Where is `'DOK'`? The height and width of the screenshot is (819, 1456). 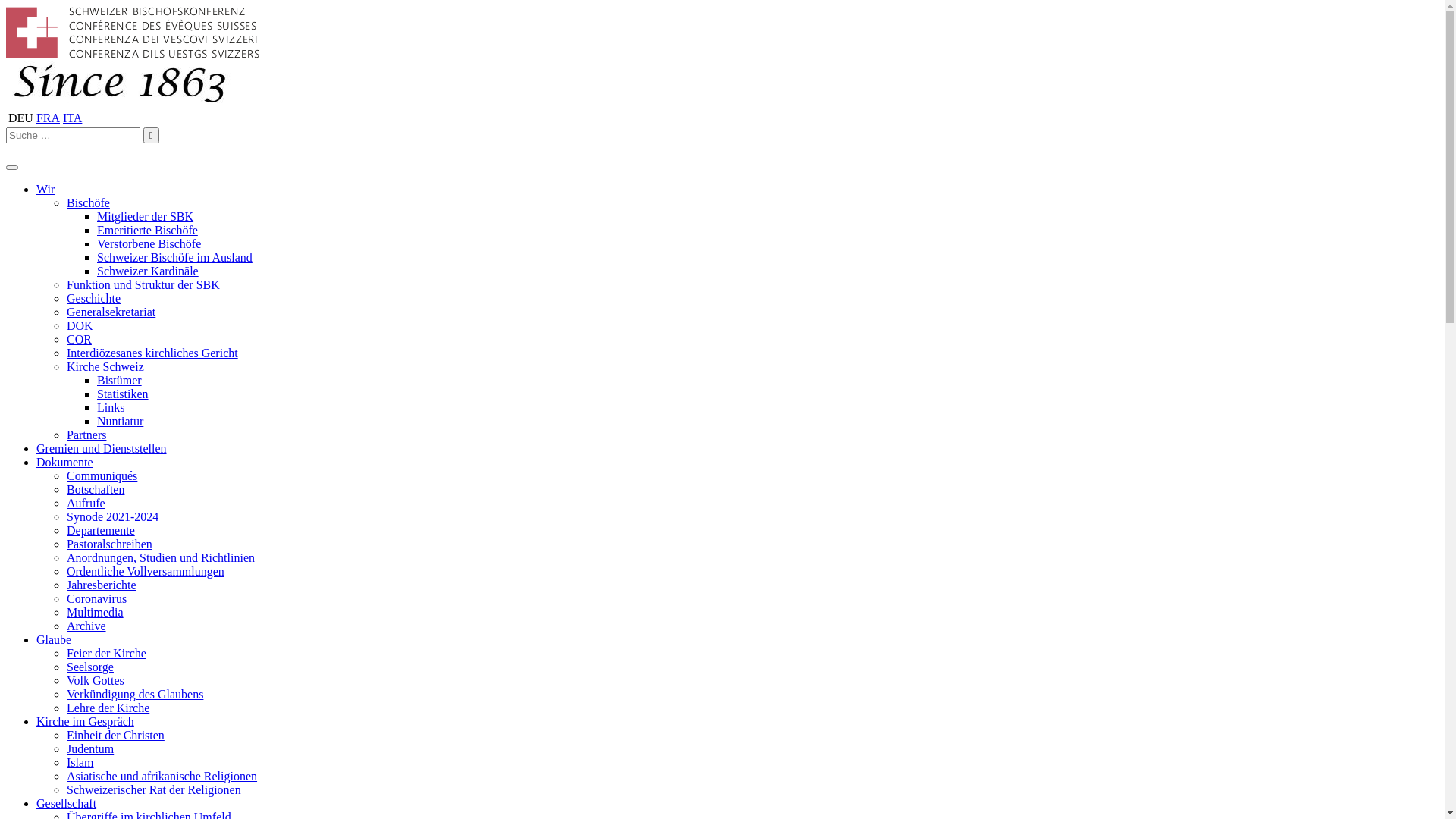 'DOK' is located at coordinates (79, 325).